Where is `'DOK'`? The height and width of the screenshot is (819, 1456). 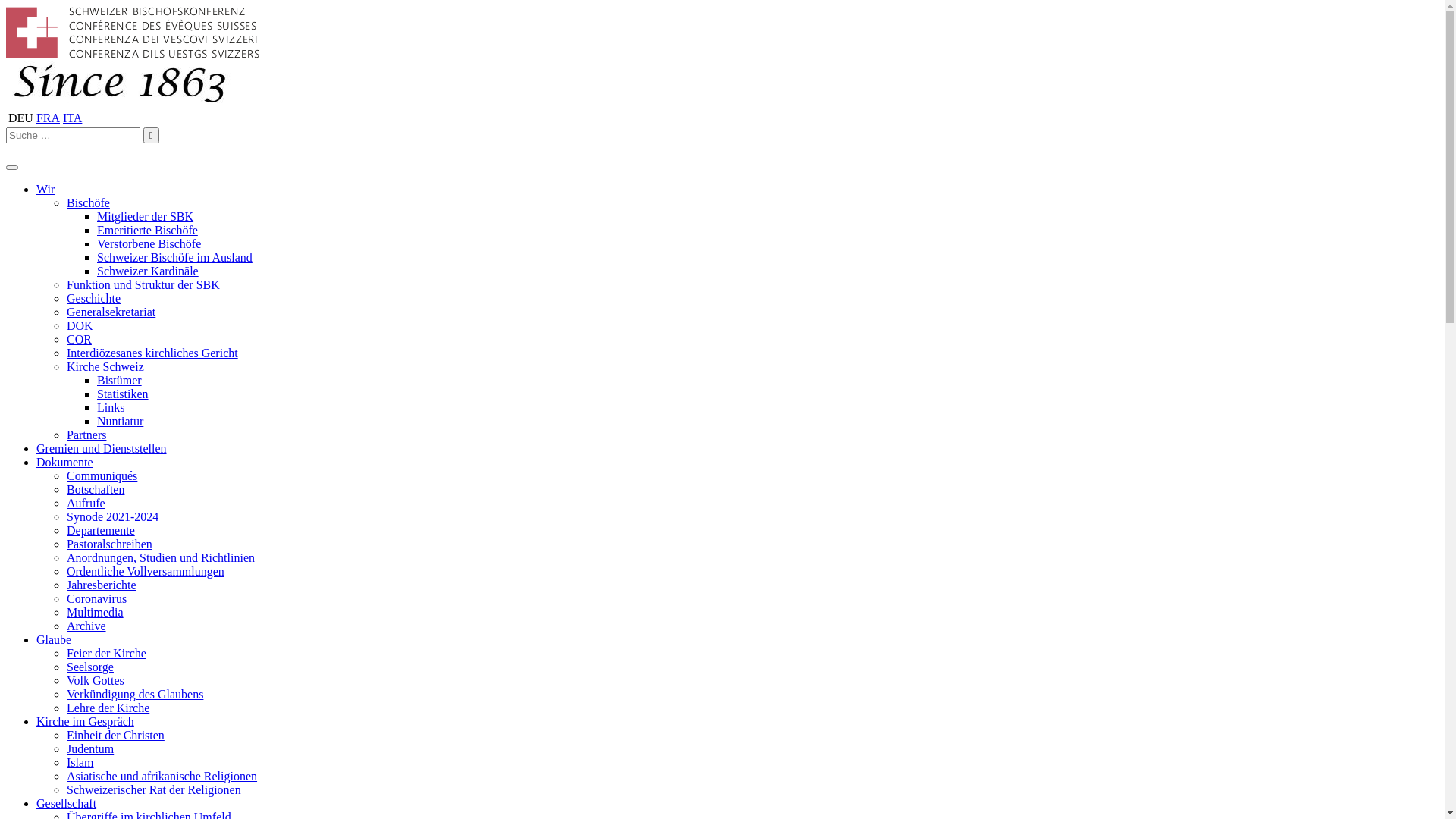 'DOK' is located at coordinates (79, 325).